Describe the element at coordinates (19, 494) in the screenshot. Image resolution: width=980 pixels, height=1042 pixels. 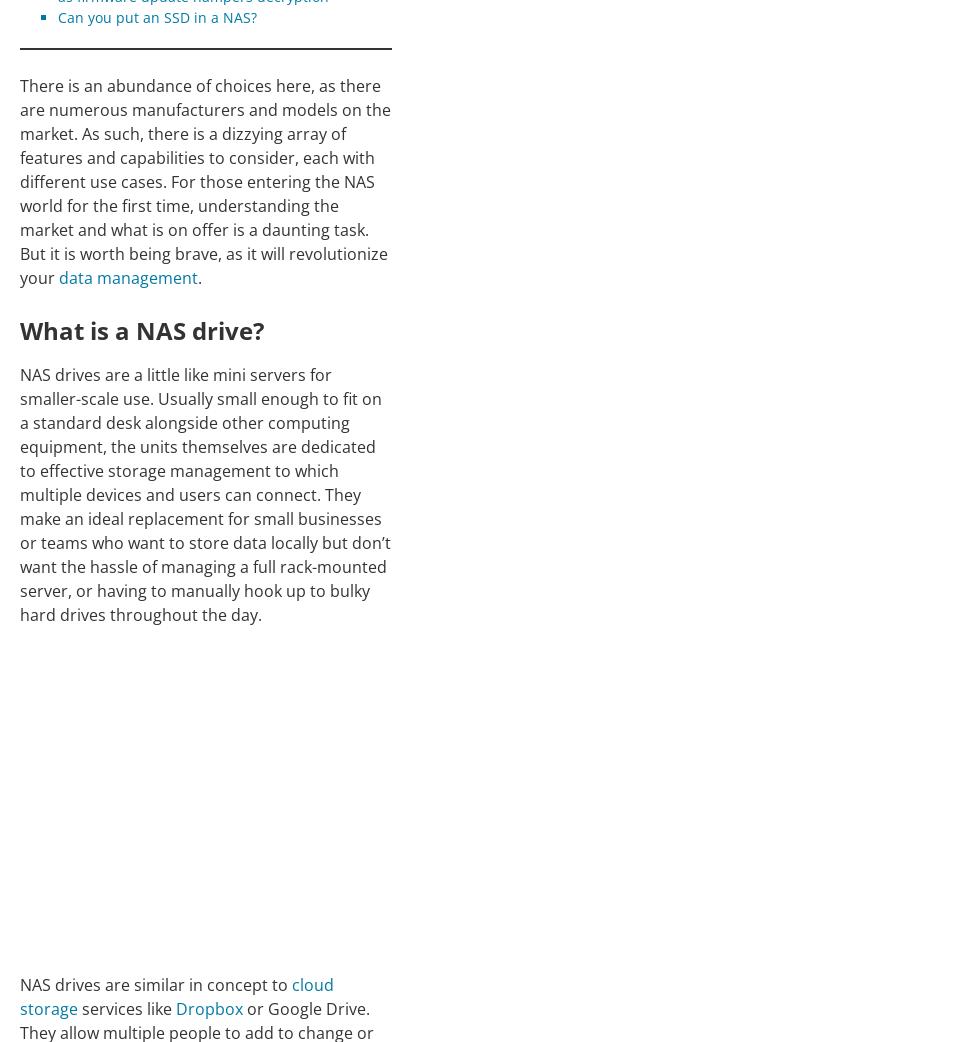
I see `'NAS drives are a little like mini servers for smaller-scale use. Usually small enough to fit on a standard desk alongside other computing equipment, the units themselves are dedicated to effective storage management to which multiple devices and users can connect. They make an ideal replacement for small businesses or teams who want to store data locally but don’t want the hassle of managing a full rack-mounted server, or having to manually hook up to bulky hard drives throughout the day.'` at that location.